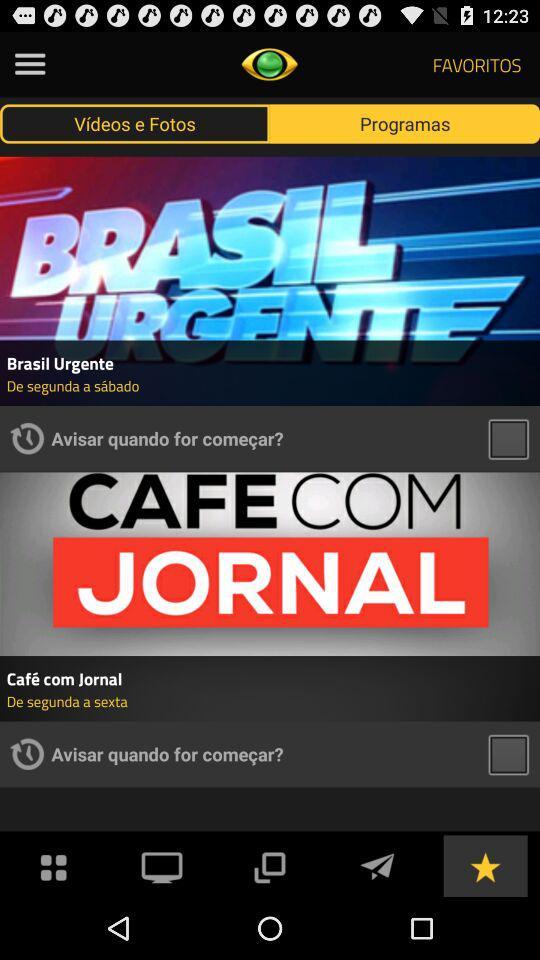 The width and height of the screenshot is (540, 960). What do you see at coordinates (161, 864) in the screenshot?
I see `live tv` at bounding box center [161, 864].